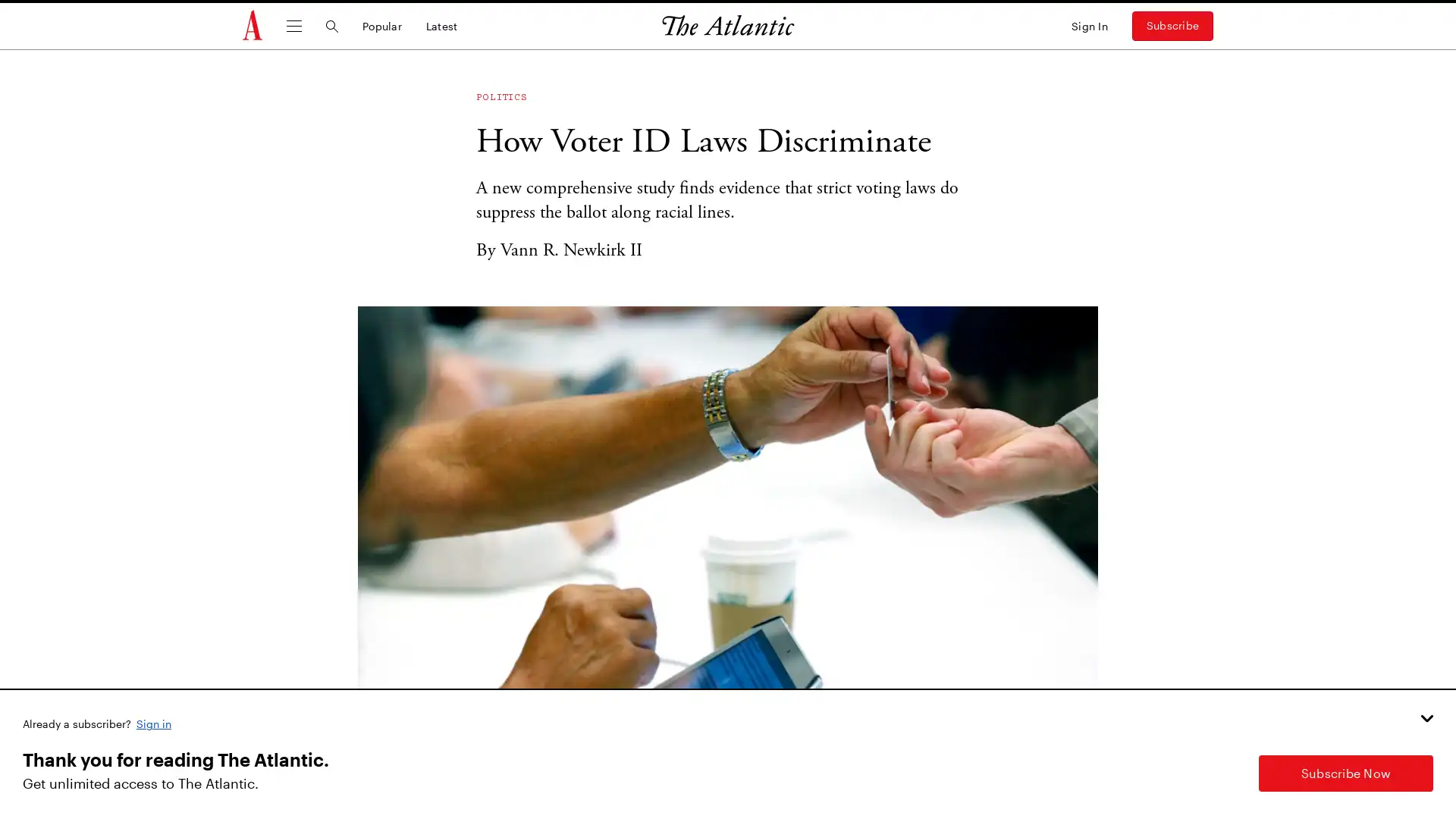 The width and height of the screenshot is (1456, 819). Describe the element at coordinates (294, 26) in the screenshot. I see `Open Main Menu` at that location.